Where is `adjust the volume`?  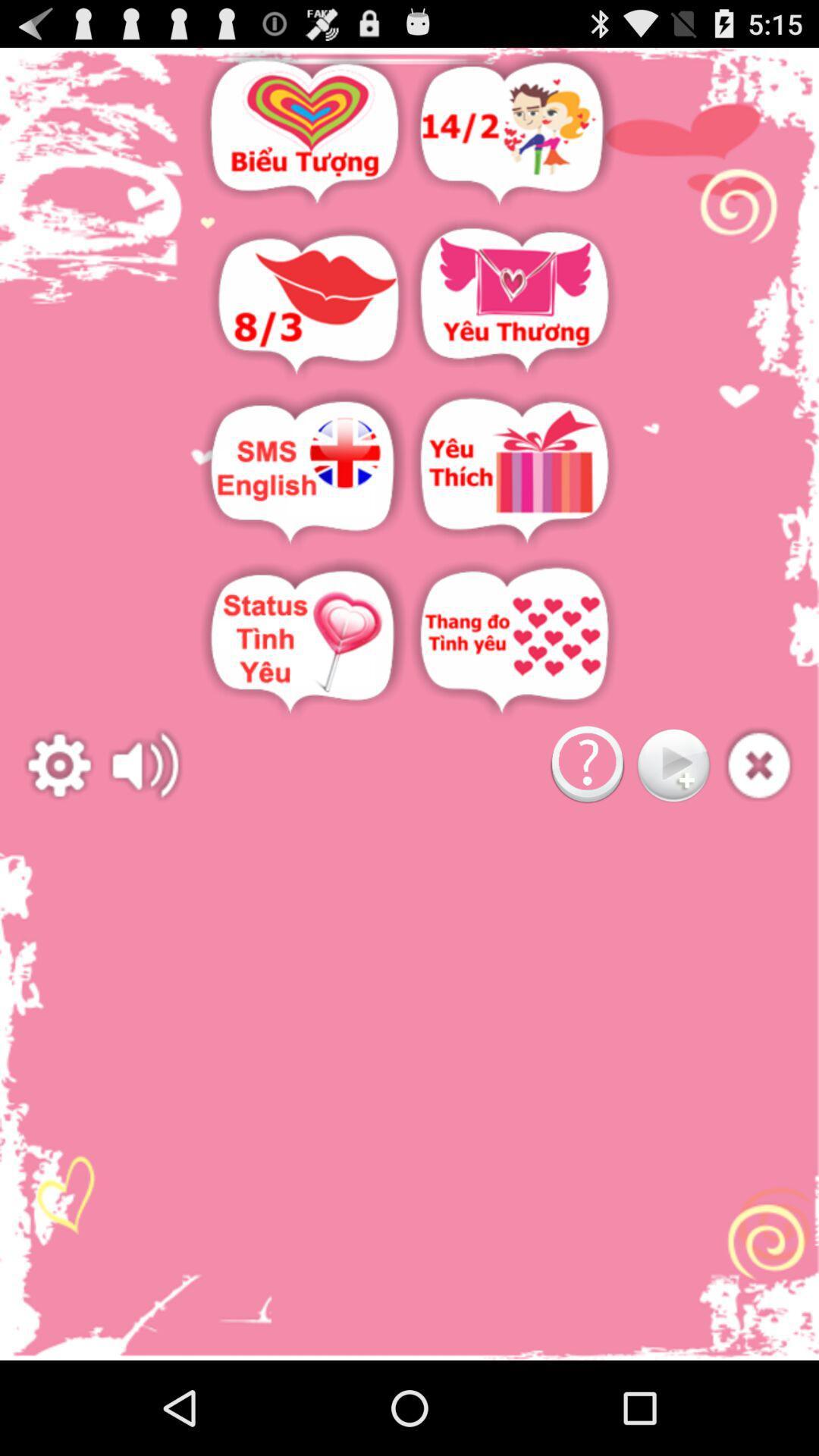 adjust the volume is located at coordinates (146, 765).